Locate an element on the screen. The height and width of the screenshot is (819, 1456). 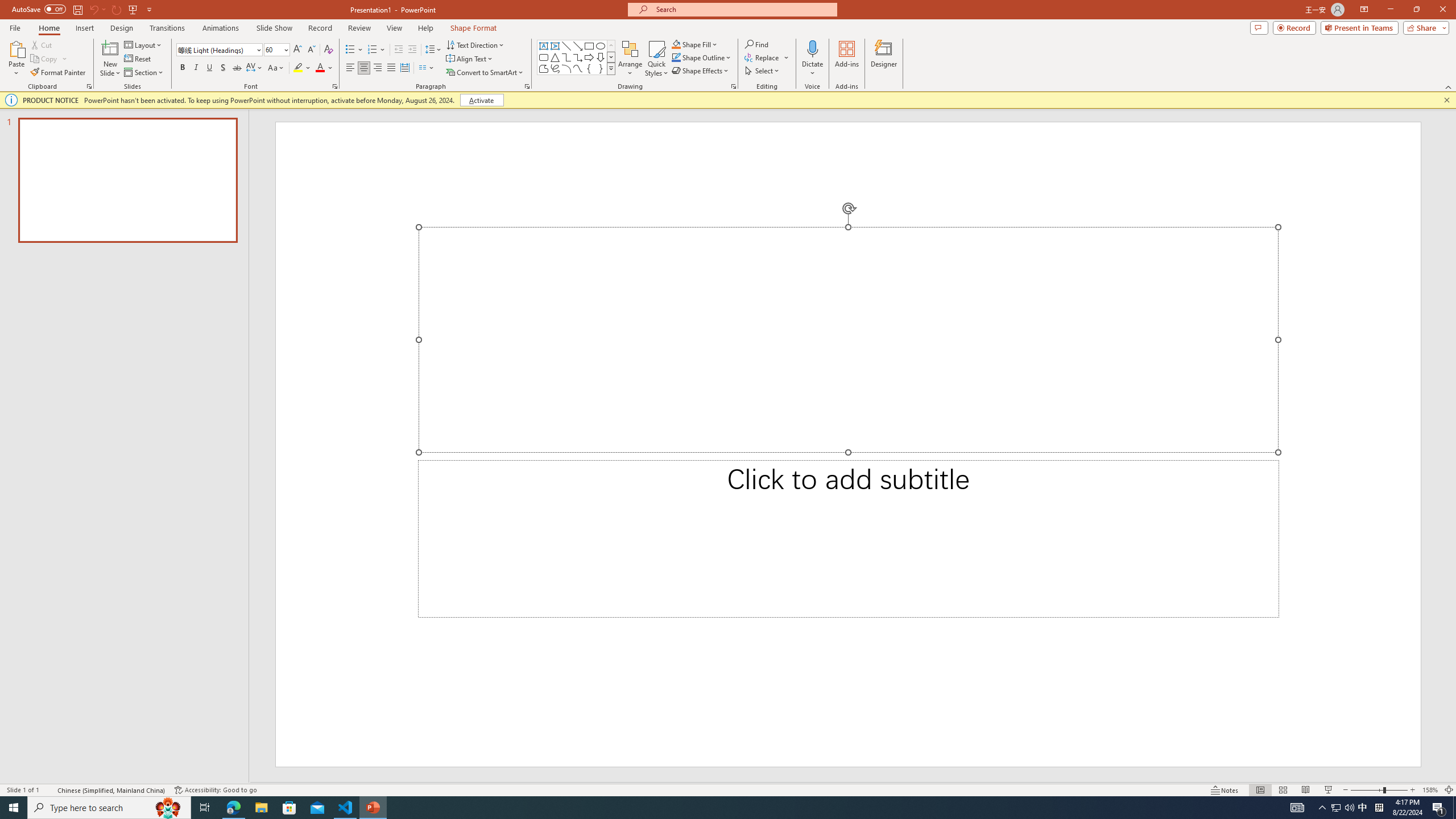
'Designer' is located at coordinates (883, 59).